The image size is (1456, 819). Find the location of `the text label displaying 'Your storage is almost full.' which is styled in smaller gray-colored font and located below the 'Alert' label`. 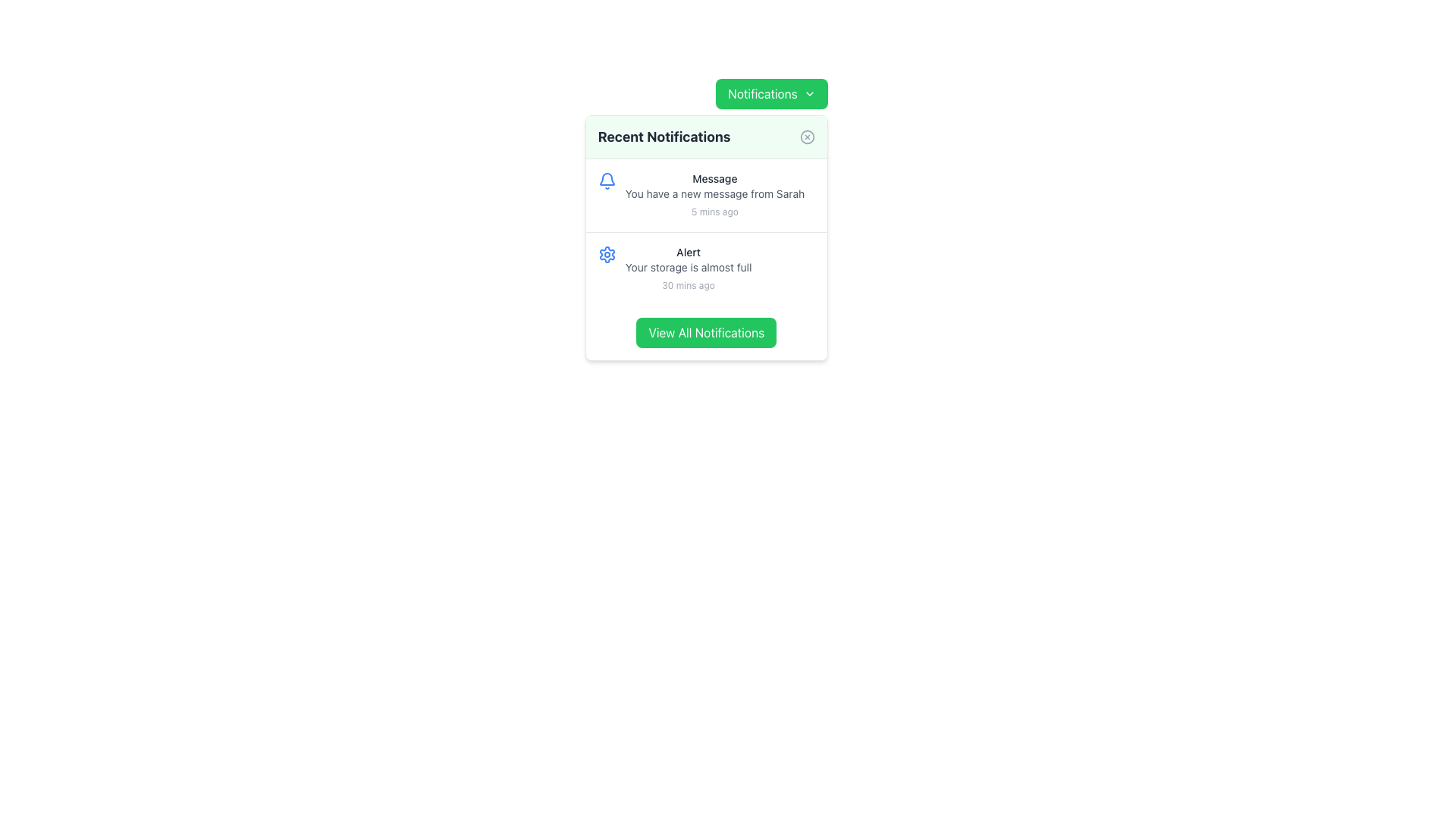

the text label displaying 'Your storage is almost full.' which is styled in smaller gray-colored font and located below the 'Alert' label is located at coordinates (688, 267).